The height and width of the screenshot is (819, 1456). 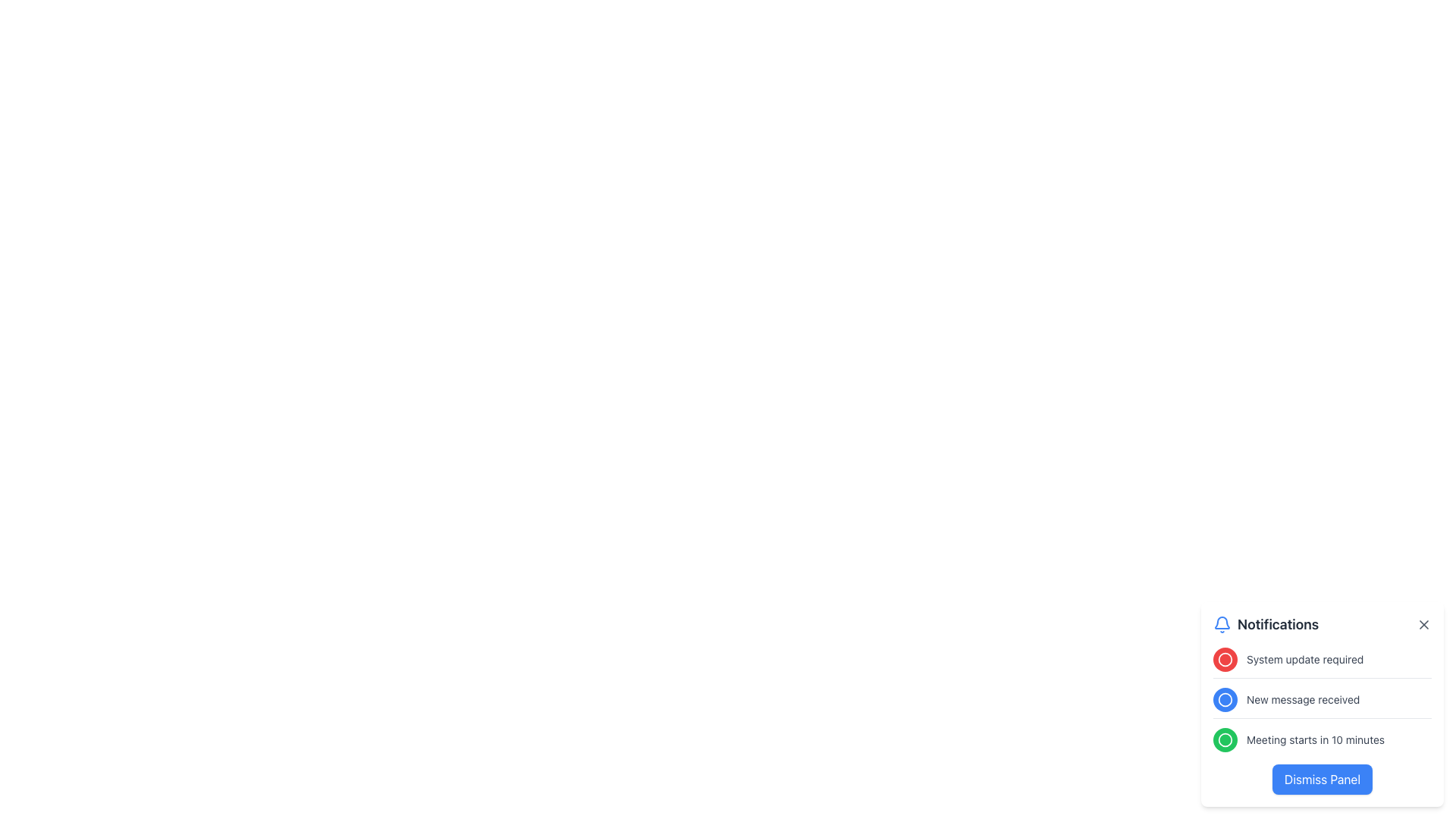 What do you see at coordinates (1225, 739) in the screenshot?
I see `the circular icon component in the notification list that indicates 'Meeting starts in 10 minutes'` at bounding box center [1225, 739].